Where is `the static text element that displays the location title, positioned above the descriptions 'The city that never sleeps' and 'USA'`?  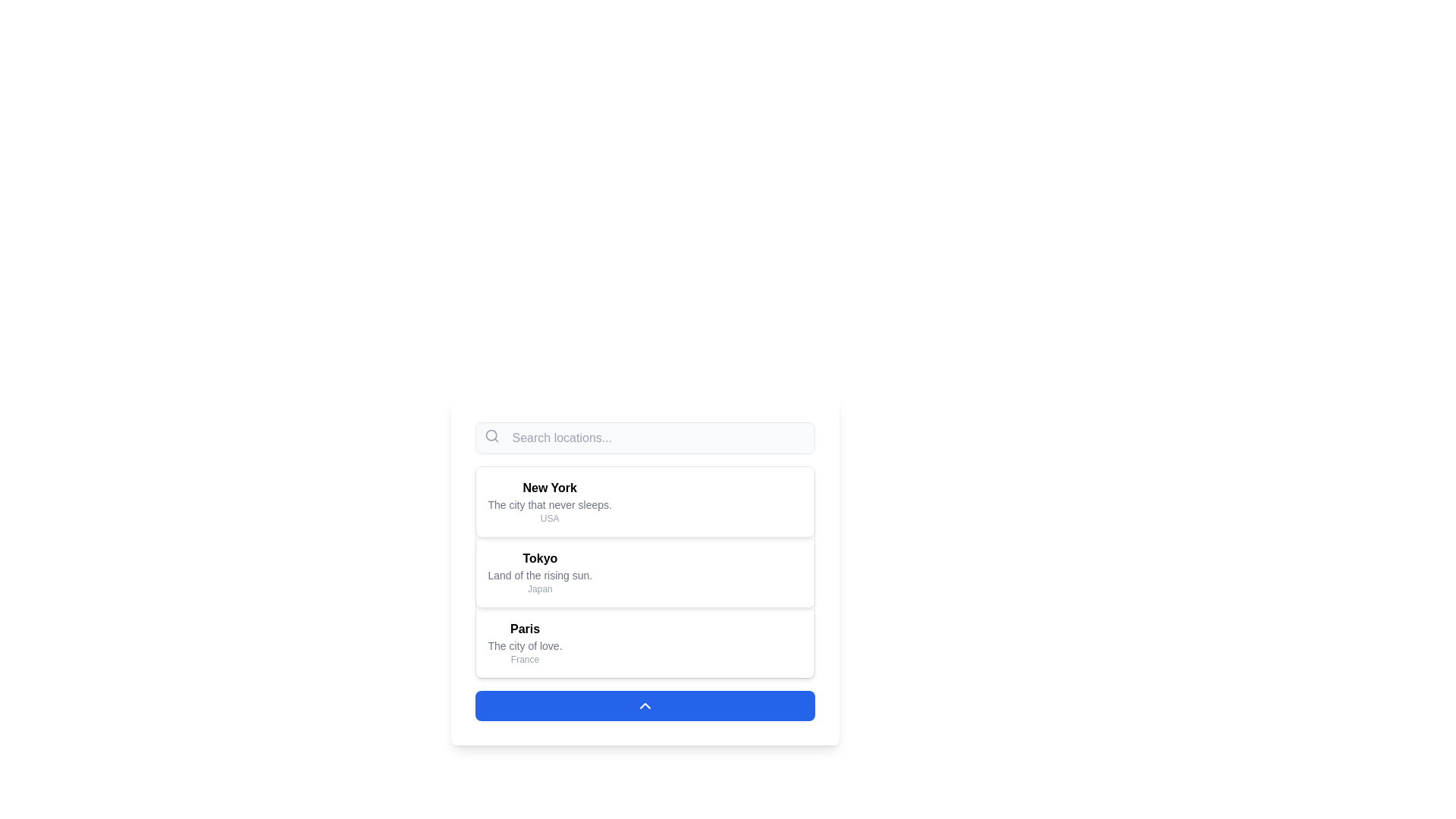 the static text element that displays the location title, positioned above the descriptions 'The city that never sleeps' and 'USA' is located at coordinates (549, 488).